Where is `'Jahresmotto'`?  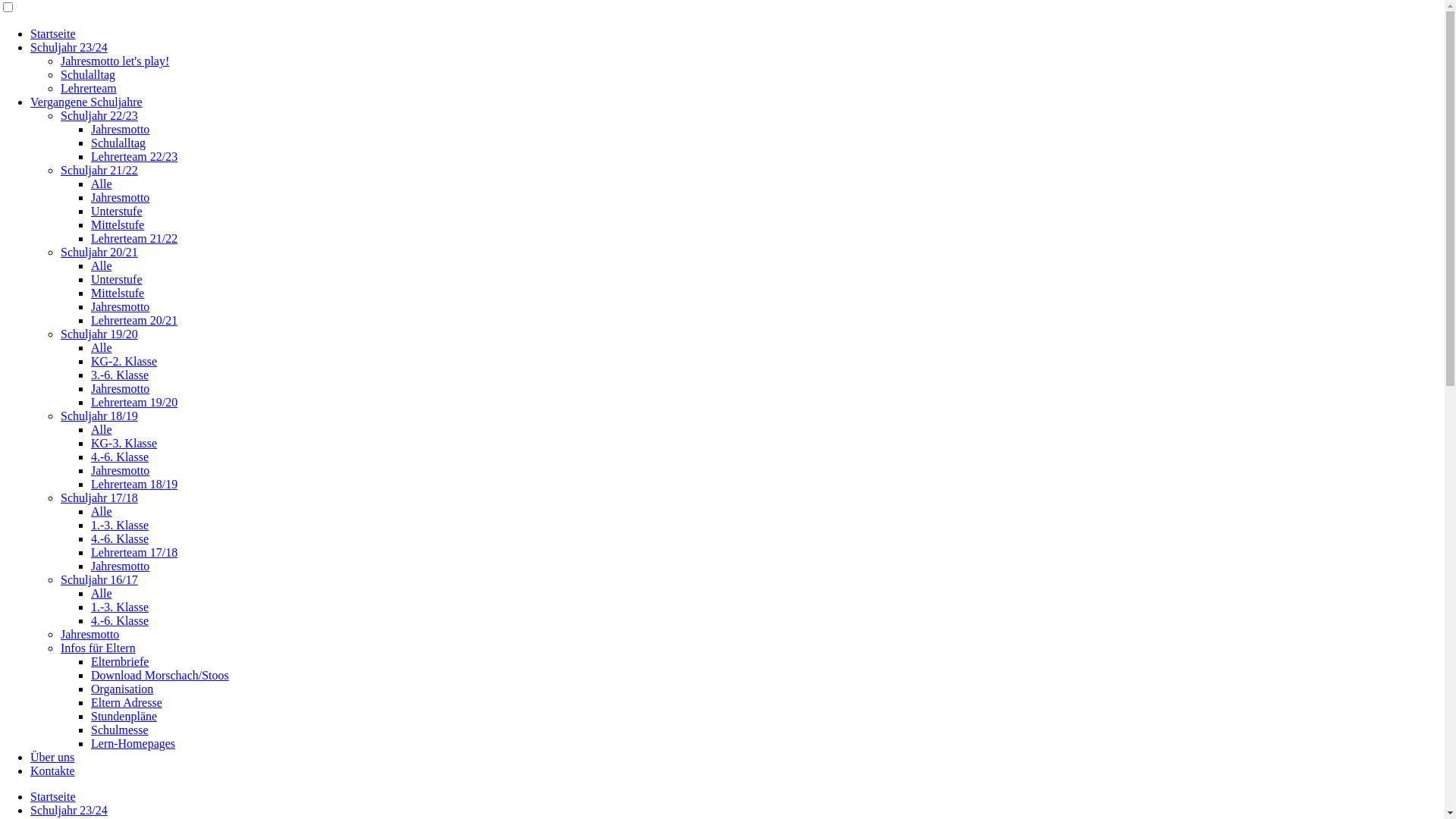
'Jahresmotto' is located at coordinates (90, 566).